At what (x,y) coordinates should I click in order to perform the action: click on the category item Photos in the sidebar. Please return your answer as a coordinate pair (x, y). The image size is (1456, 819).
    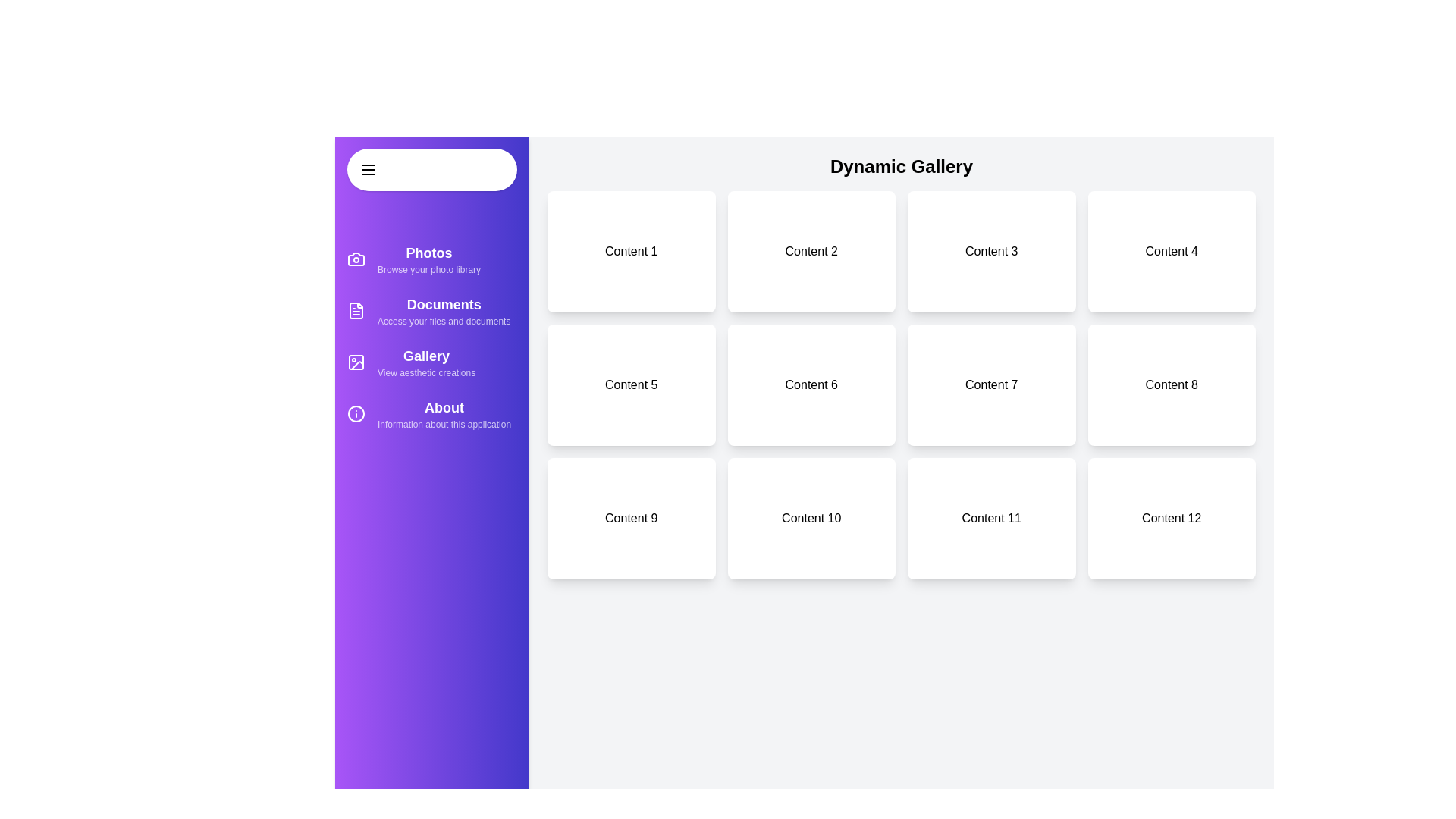
    Looking at the image, I should click on (431, 259).